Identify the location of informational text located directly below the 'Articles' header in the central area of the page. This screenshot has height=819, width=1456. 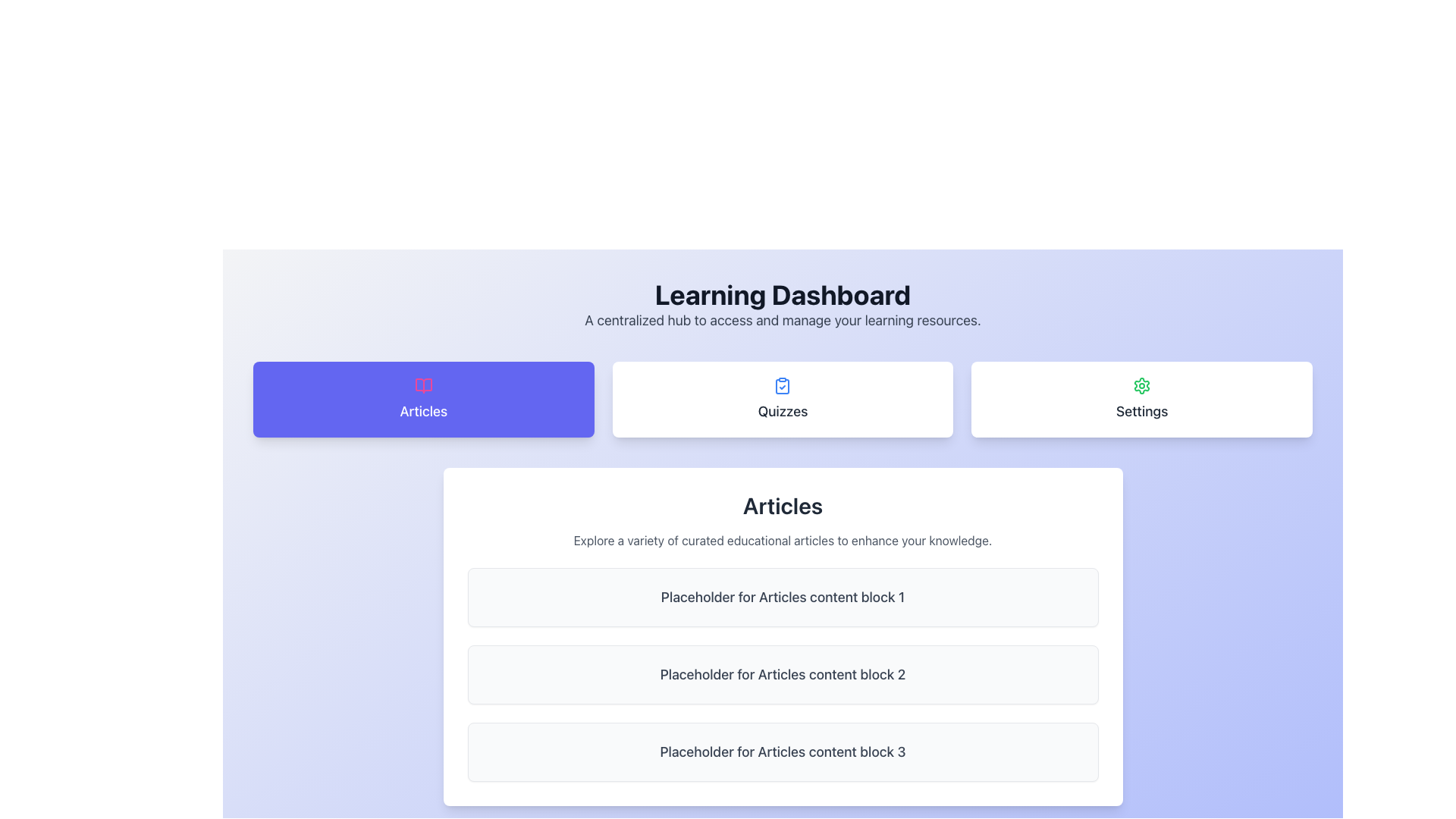
(783, 540).